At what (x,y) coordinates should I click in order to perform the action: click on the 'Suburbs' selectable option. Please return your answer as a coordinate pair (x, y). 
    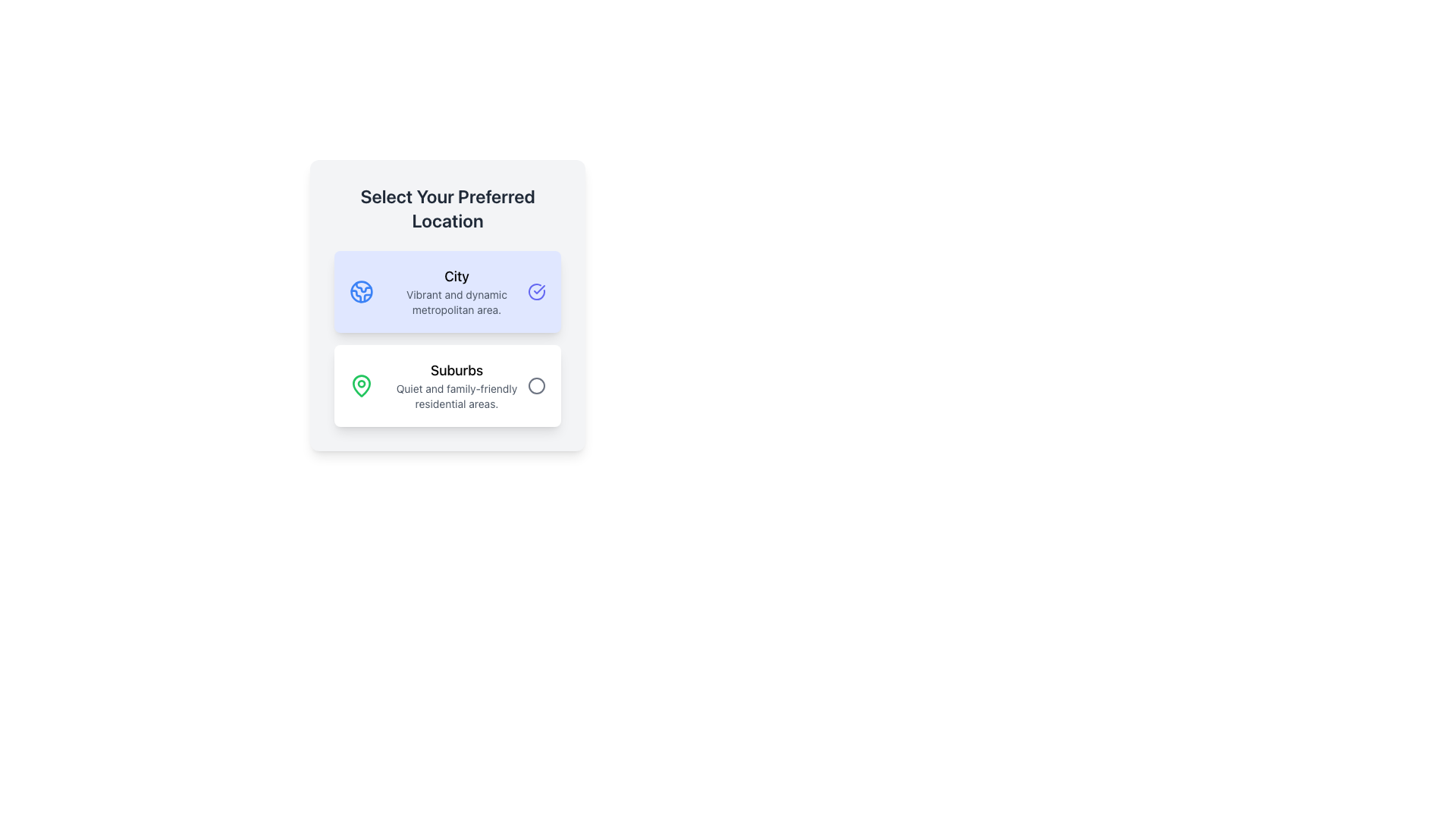
    Looking at the image, I should click on (447, 385).